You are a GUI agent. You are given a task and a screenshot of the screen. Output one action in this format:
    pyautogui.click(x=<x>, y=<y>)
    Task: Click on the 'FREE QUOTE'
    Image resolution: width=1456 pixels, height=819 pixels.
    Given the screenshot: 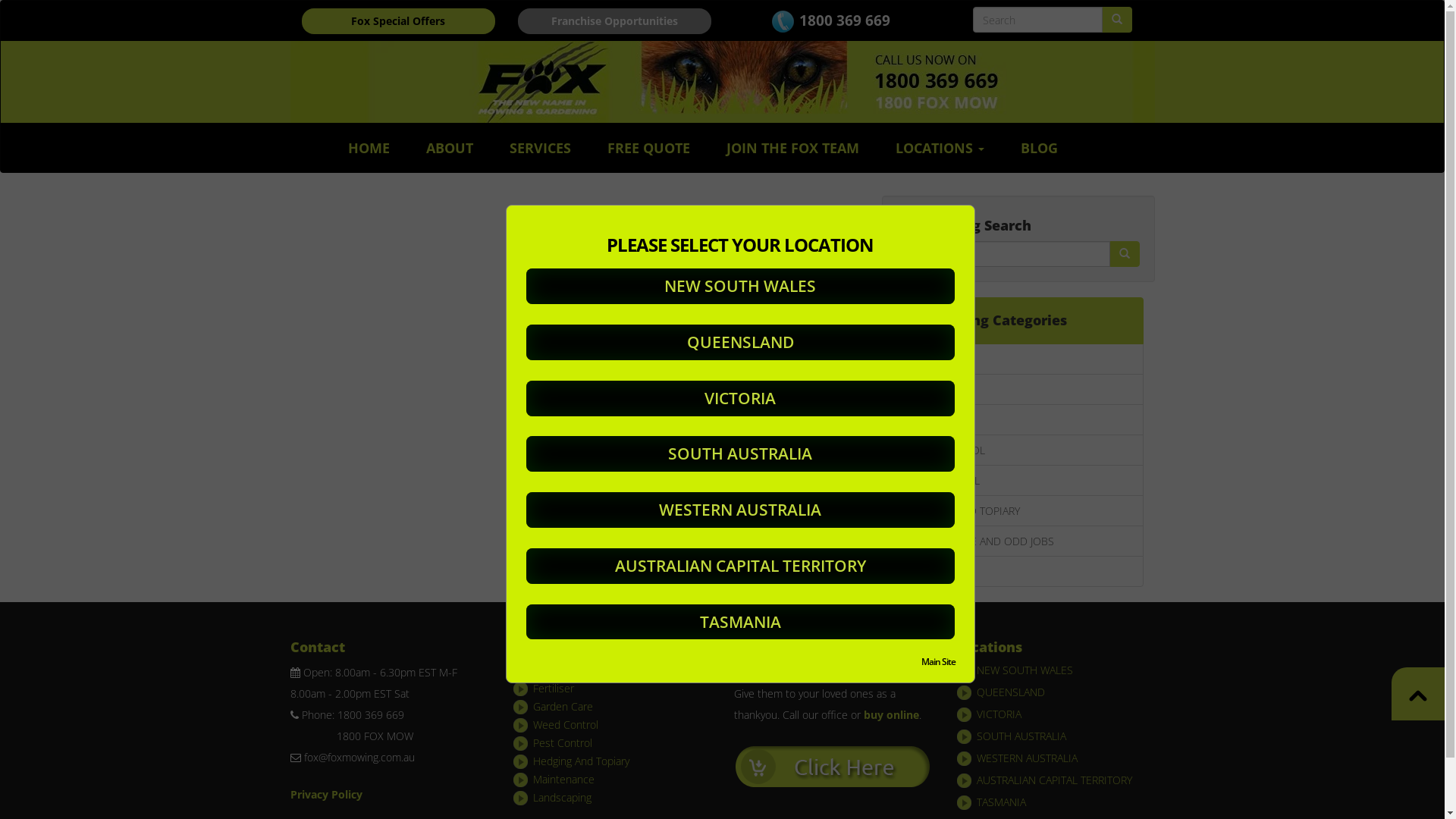 What is the action you would take?
    pyautogui.click(x=648, y=148)
    